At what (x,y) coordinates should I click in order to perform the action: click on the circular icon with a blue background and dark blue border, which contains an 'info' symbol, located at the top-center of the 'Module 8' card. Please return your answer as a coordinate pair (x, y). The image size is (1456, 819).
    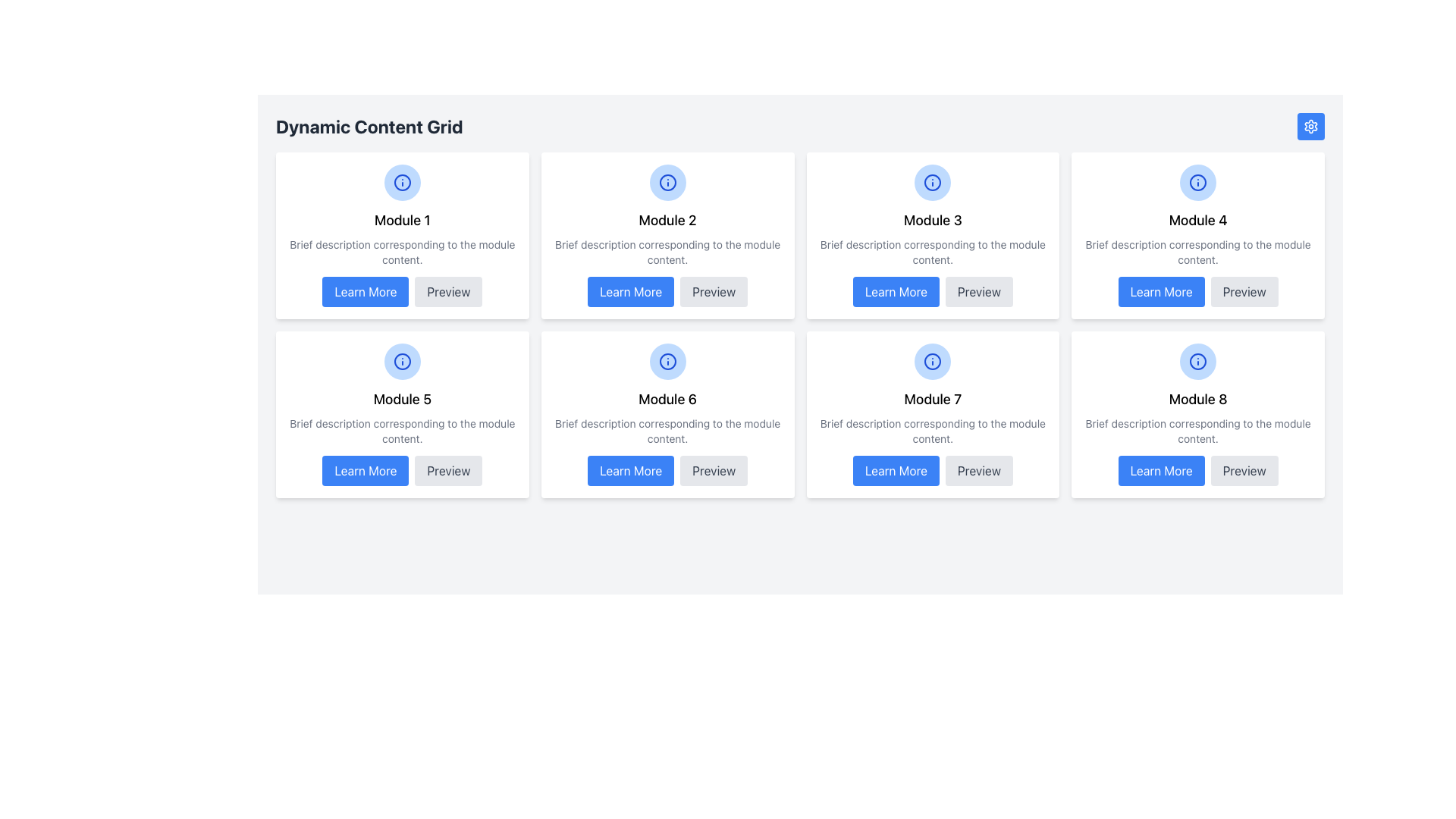
    Looking at the image, I should click on (1197, 362).